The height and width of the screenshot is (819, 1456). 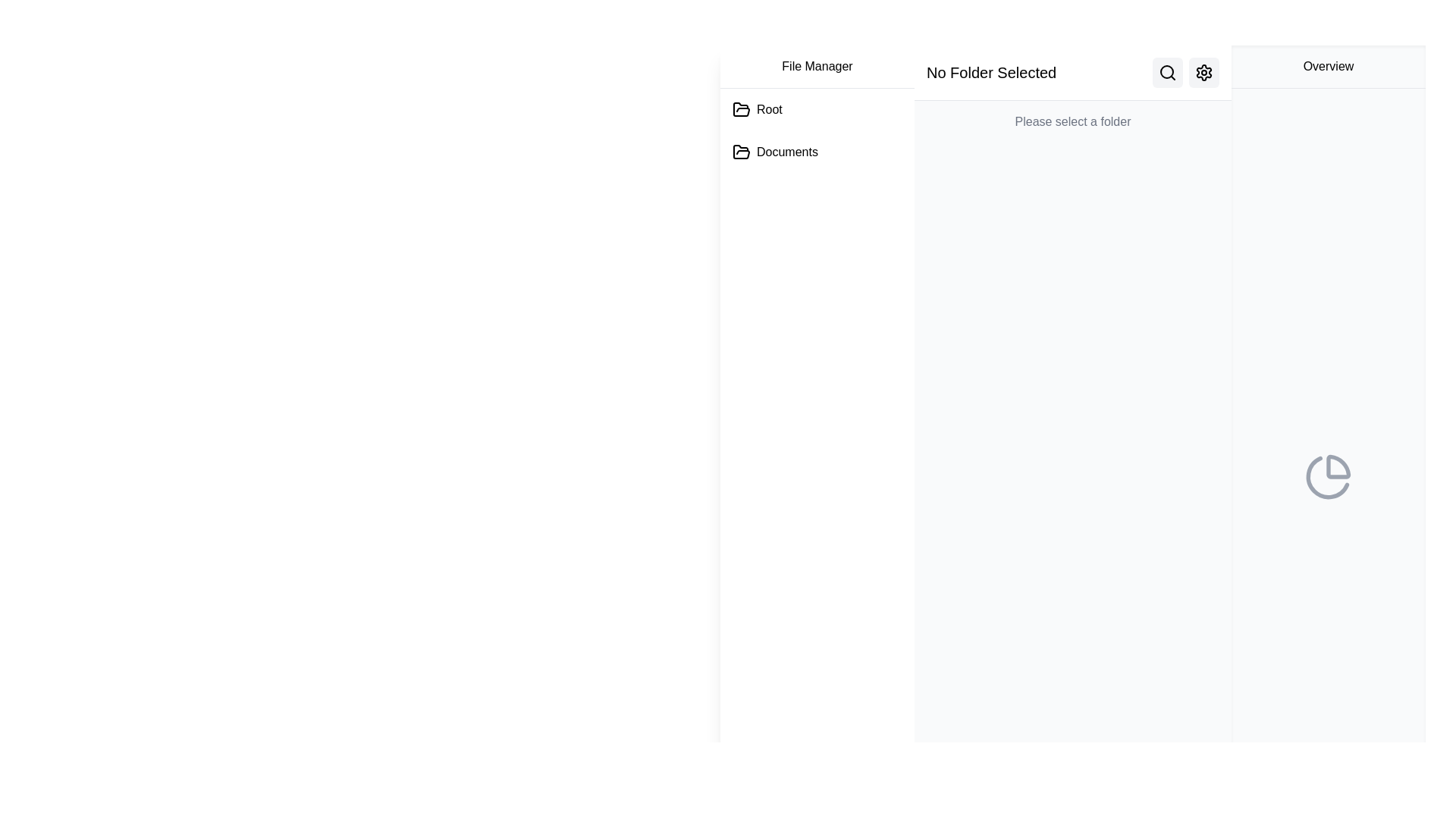 I want to click on the 'Root' folder icon in the left sidebar, so click(x=757, y=109).